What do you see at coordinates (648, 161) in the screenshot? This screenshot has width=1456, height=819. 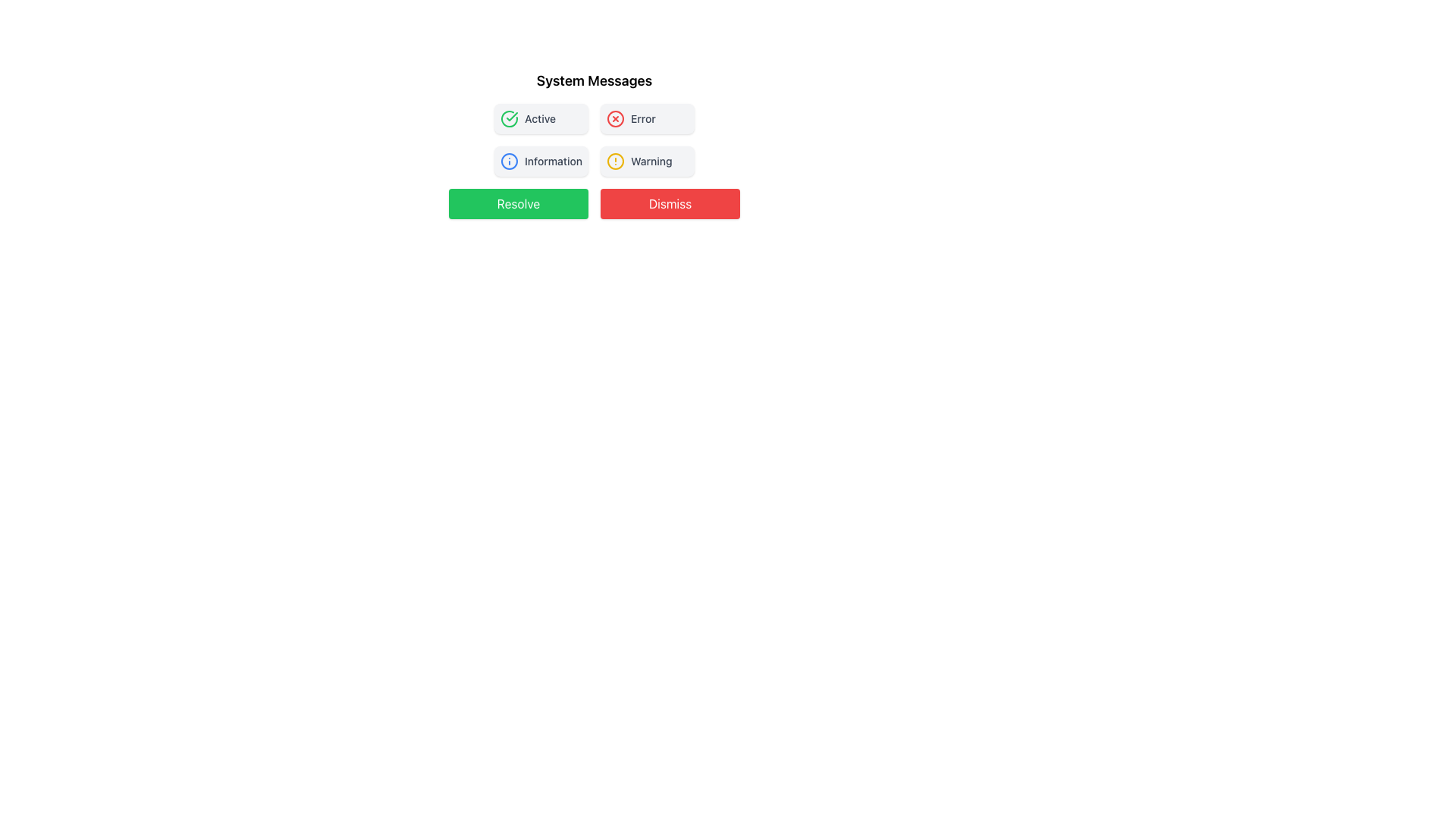 I see `the 'Warning' badge, which features a yellow caution circle icon on the left and is positioned in the bottom-right quadrant of the 'System Messages' grid` at bounding box center [648, 161].